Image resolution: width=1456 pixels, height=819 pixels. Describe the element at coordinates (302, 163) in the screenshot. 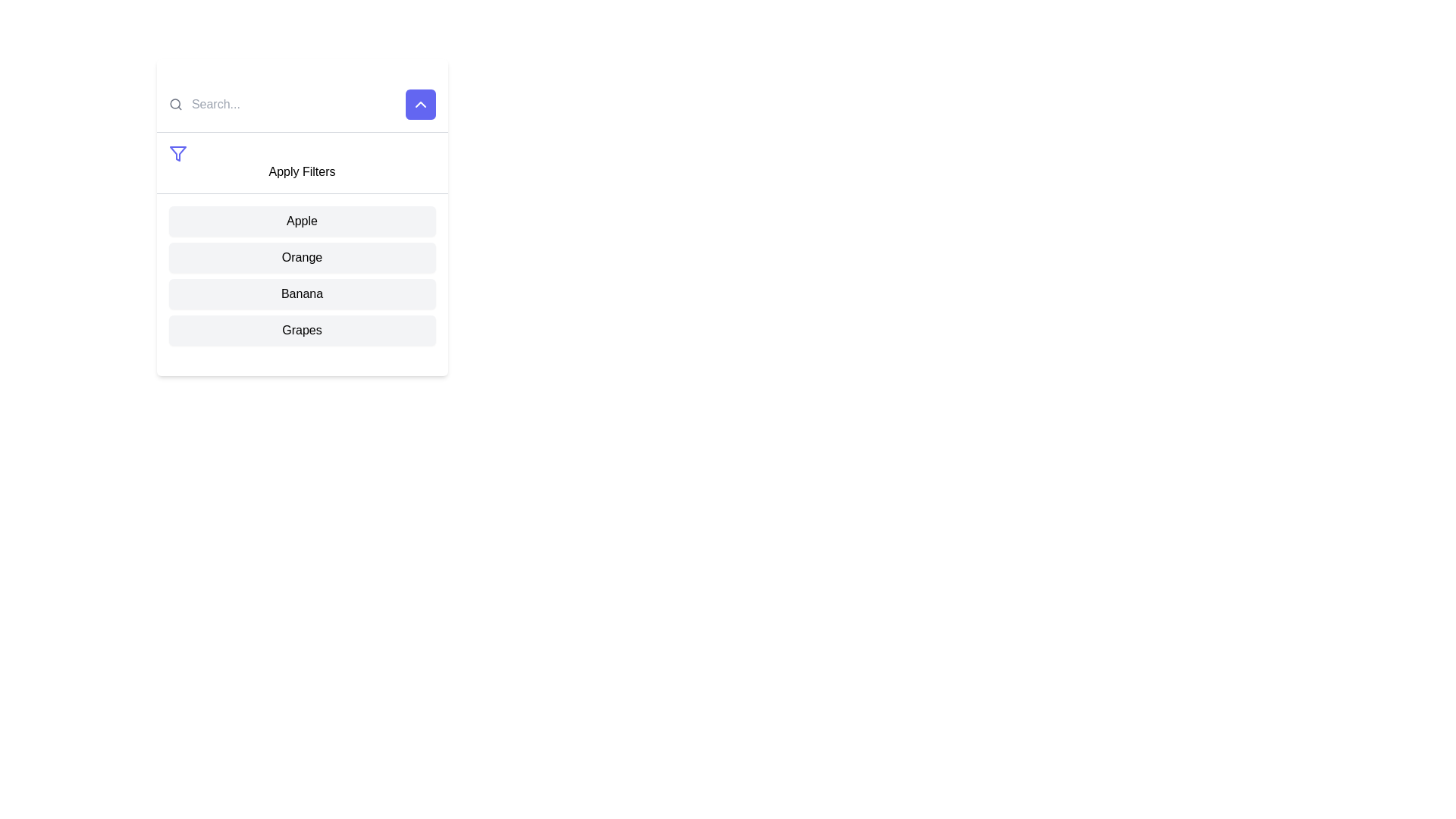

I see `the 'Apply Filters' label with accompanying filter funnel icon, which is located beneath the search bar and above the fruit buttons` at that location.